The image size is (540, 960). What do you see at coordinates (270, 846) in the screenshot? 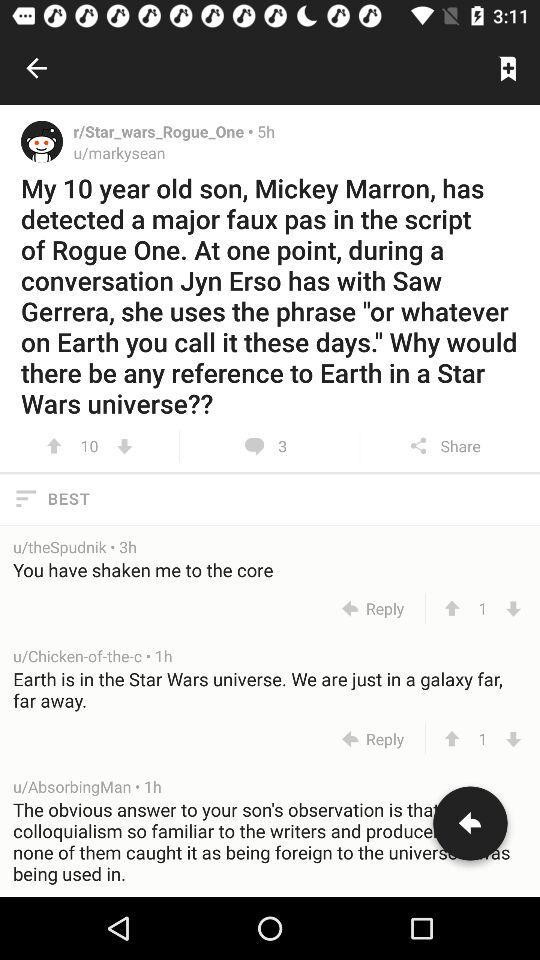
I see `the obvious answer` at bounding box center [270, 846].